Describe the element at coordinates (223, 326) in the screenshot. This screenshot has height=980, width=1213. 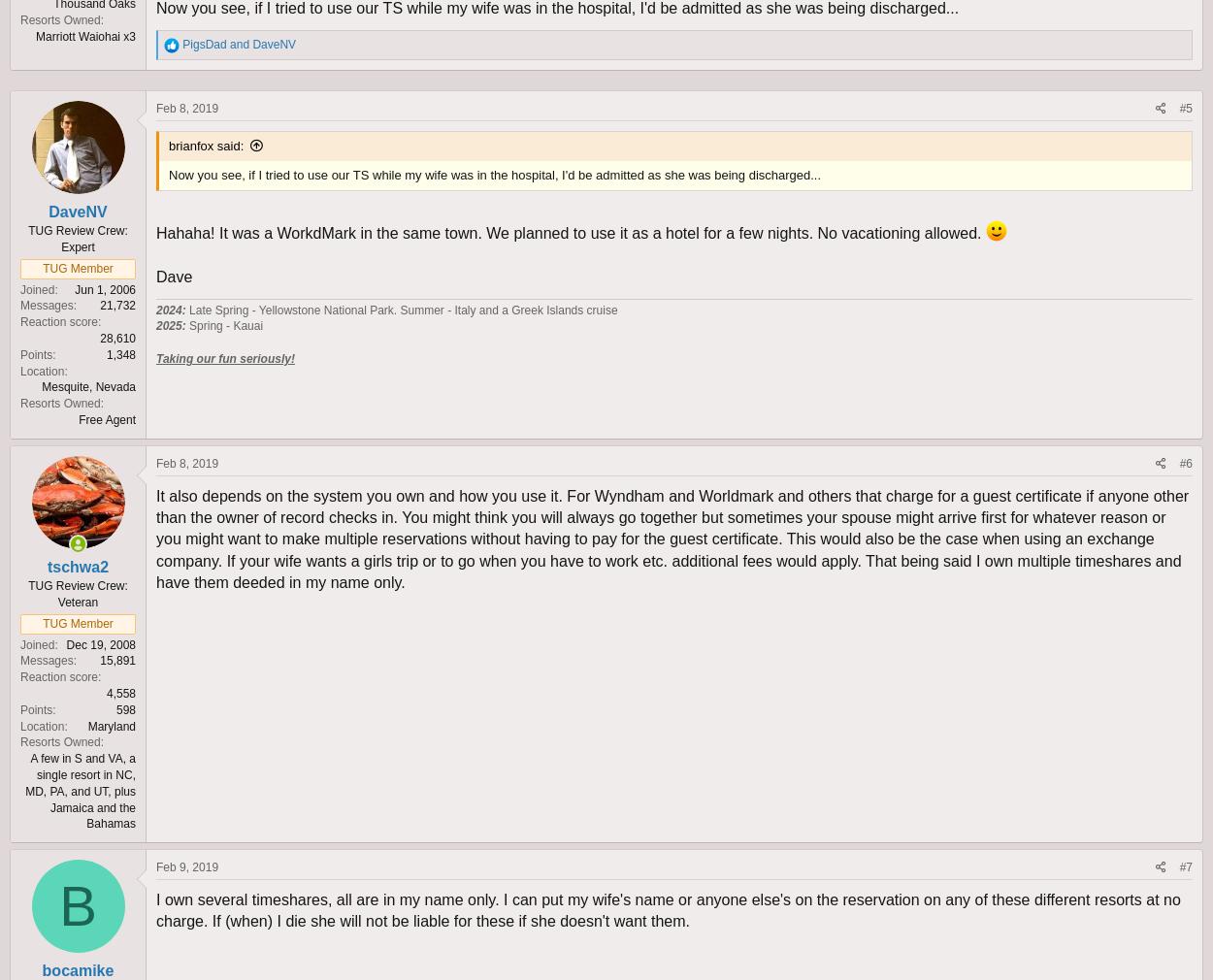
I see `'Spring - Kauai'` at that location.